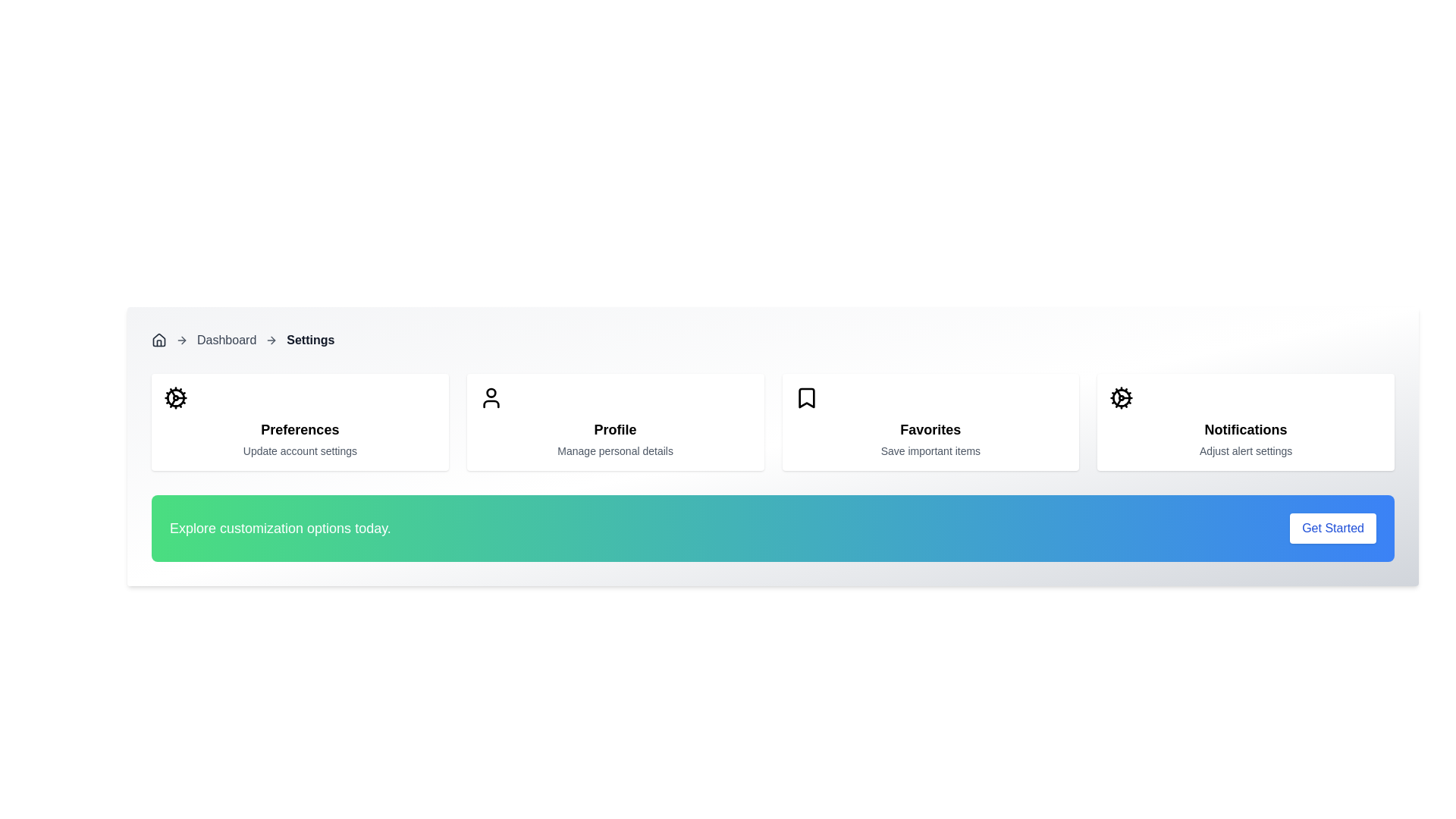 The height and width of the screenshot is (819, 1456). Describe the element at coordinates (300, 450) in the screenshot. I see `the static text label reading 'Update account settings' which is styled with a small gray font and located below the 'Preferences' text in the 'Preferences' card` at that location.